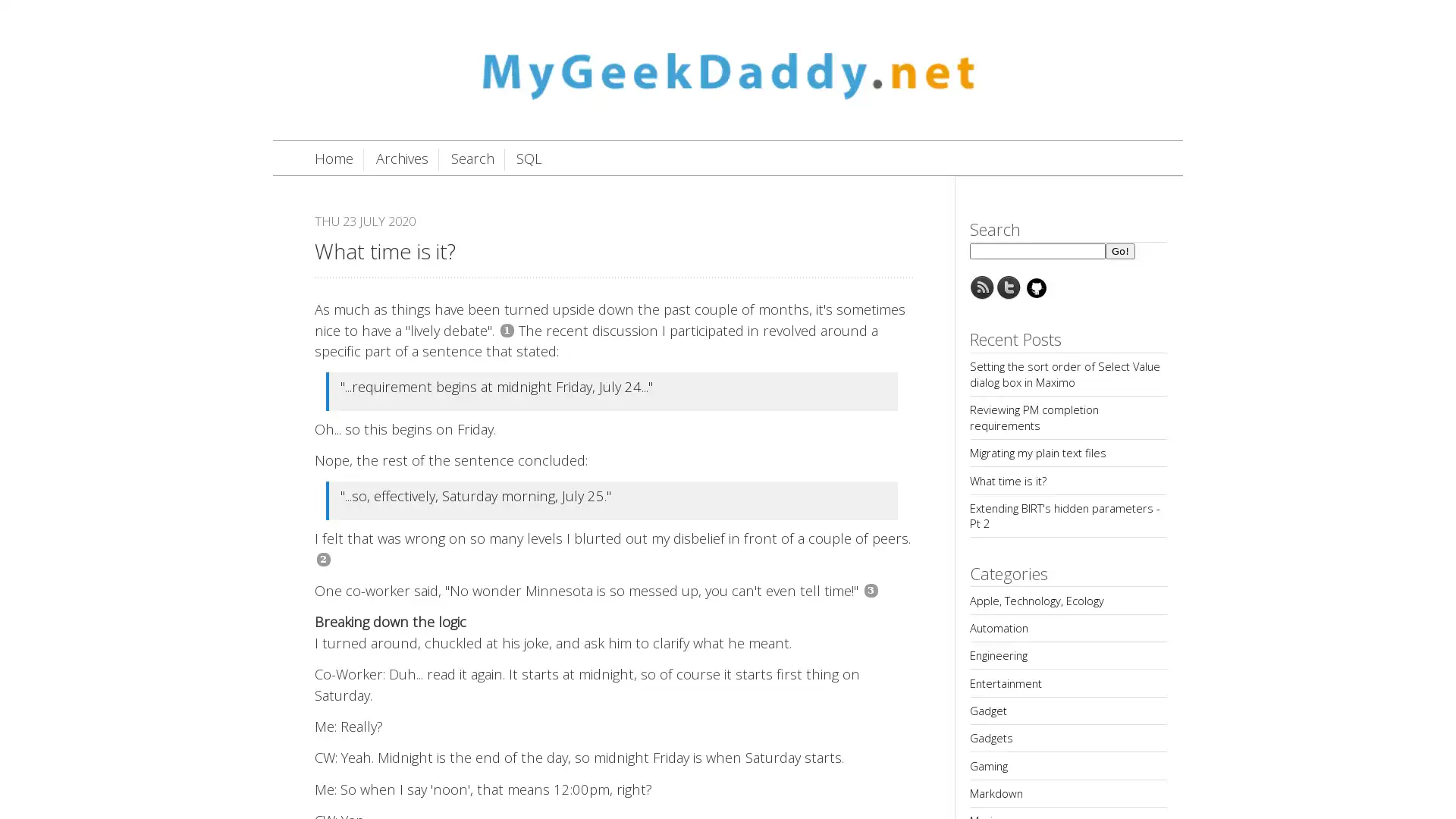 This screenshot has width=1456, height=819. Describe the element at coordinates (322, 559) in the screenshot. I see `2` at that location.